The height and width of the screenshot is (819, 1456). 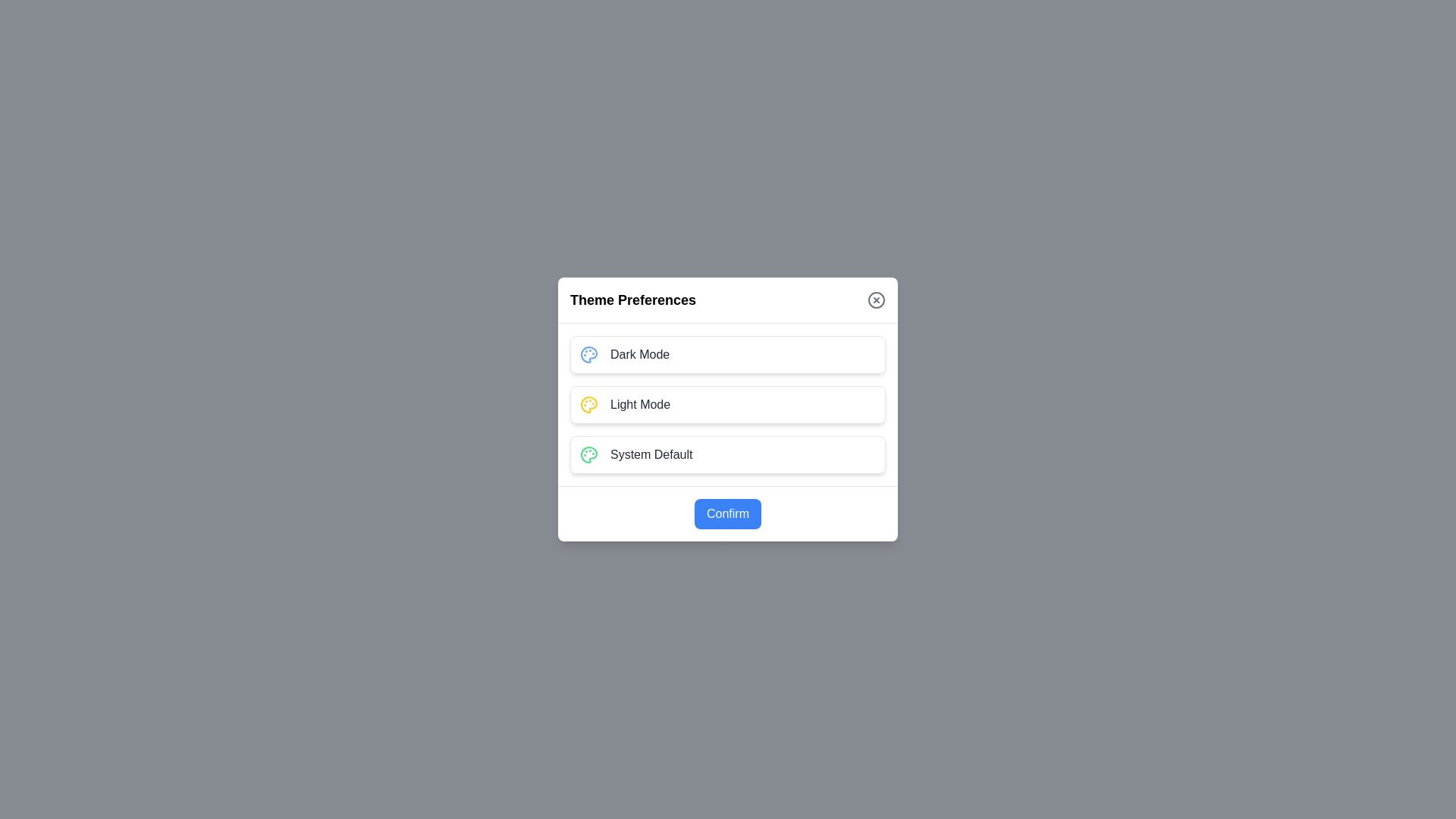 What do you see at coordinates (728, 354) in the screenshot?
I see `the theme preference by clicking on the option corresponding to Dark Mode` at bounding box center [728, 354].